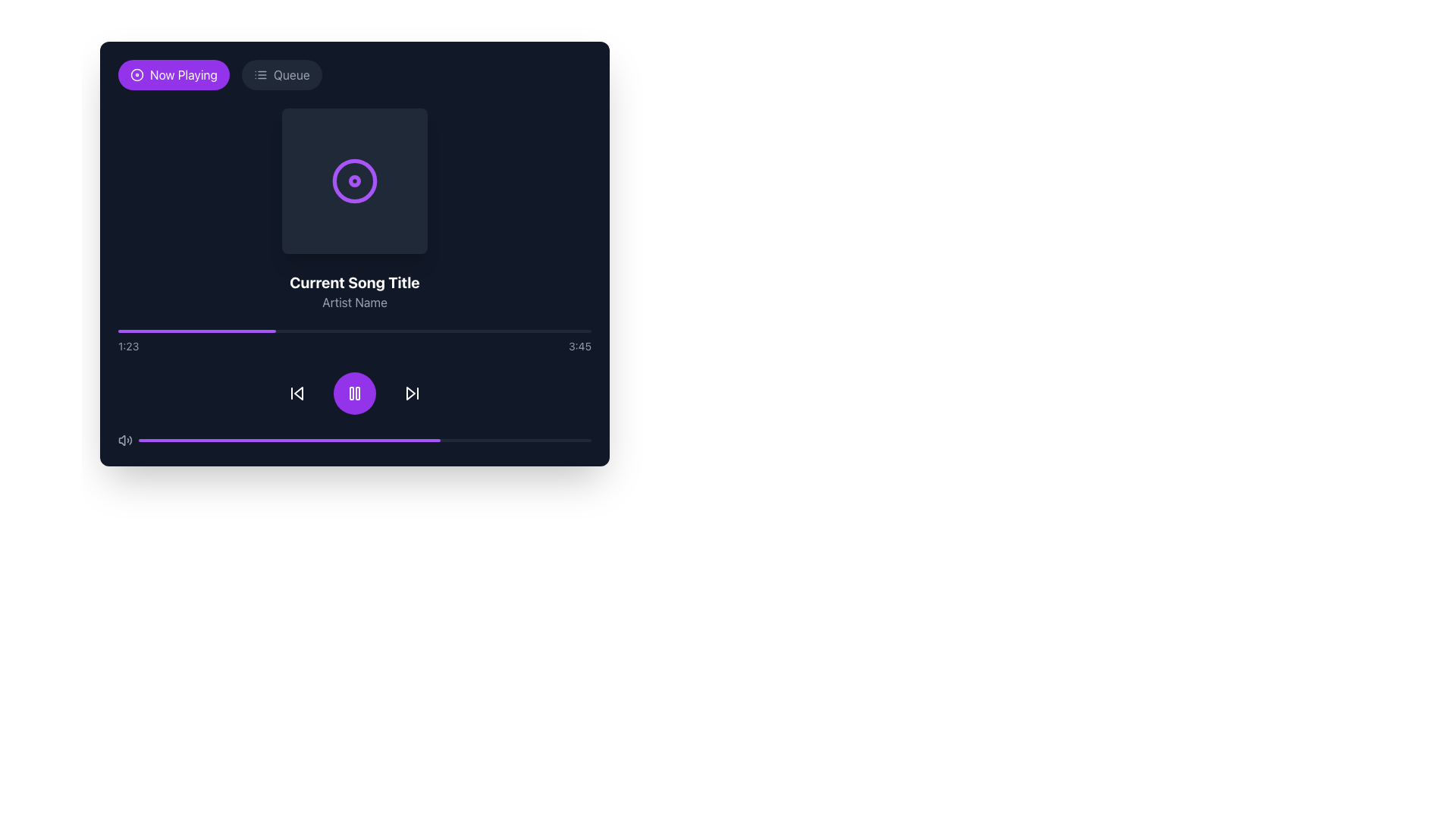  What do you see at coordinates (353, 393) in the screenshot?
I see `the circular purple pause button located in the center of the media player interface to indicate interactivity by changing its color` at bounding box center [353, 393].